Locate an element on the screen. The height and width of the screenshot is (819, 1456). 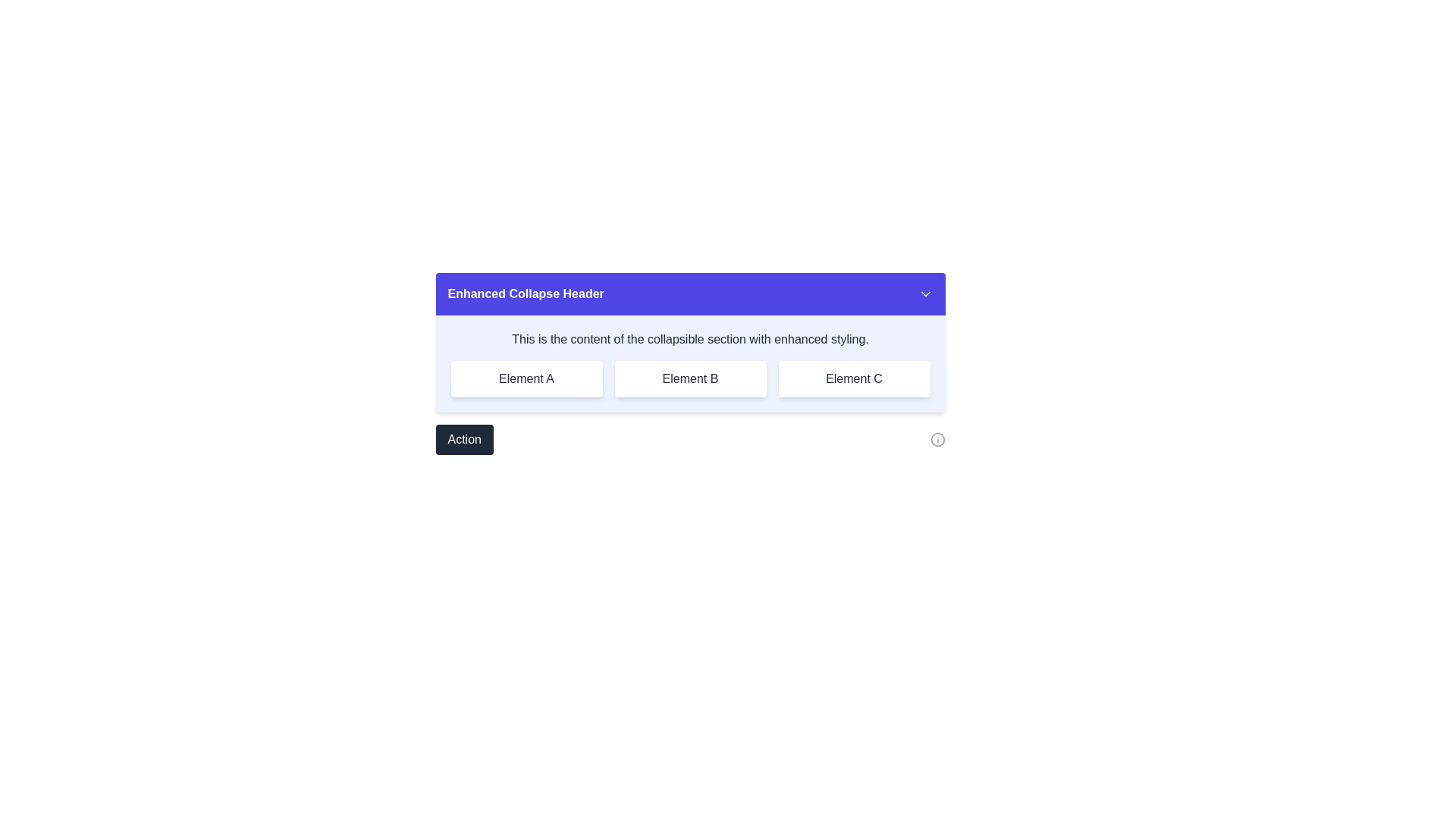
the circular icon with a thin gray outline and an 'i' symbol in the center for more information is located at coordinates (937, 439).